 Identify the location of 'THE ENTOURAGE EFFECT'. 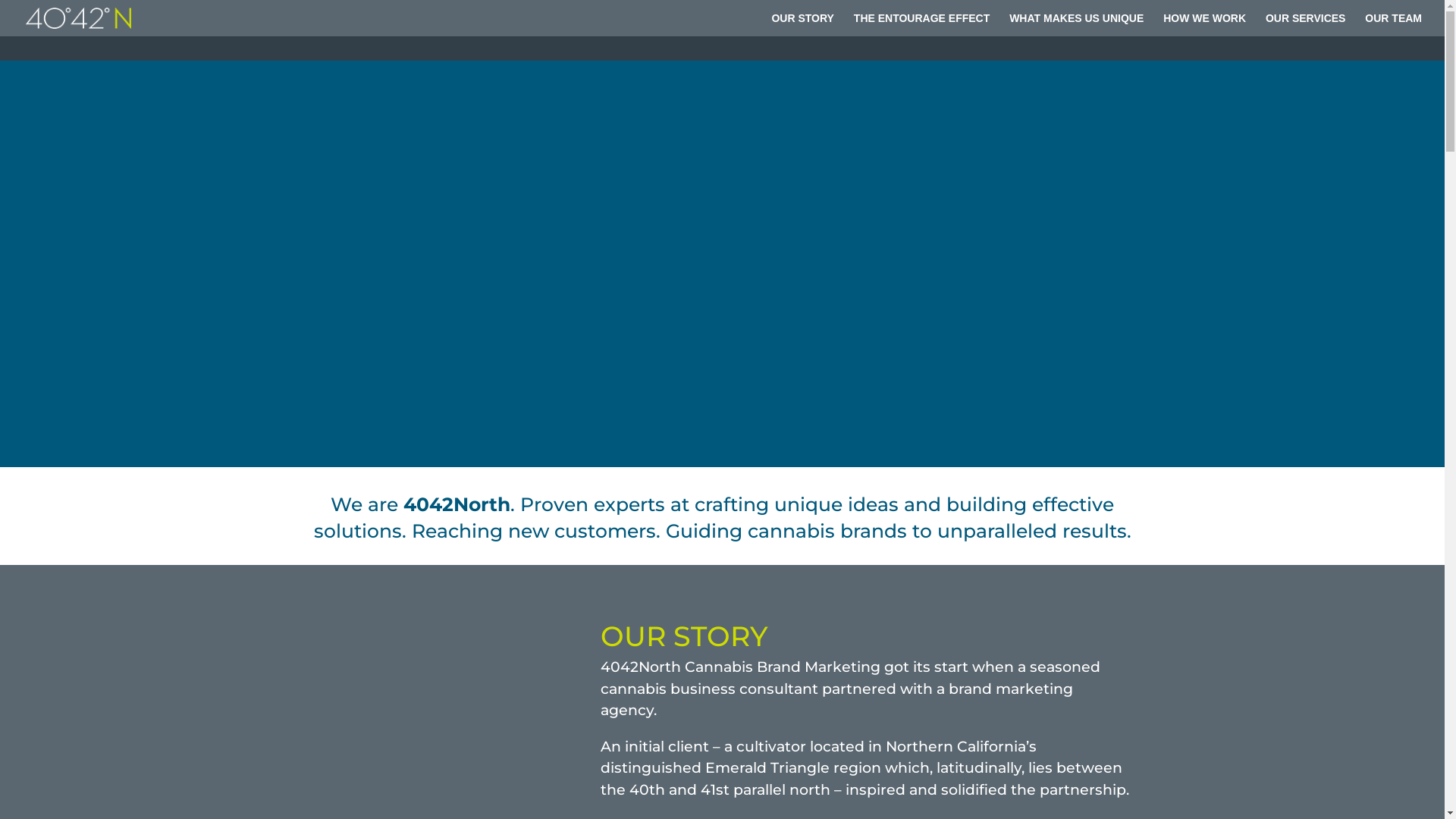
(921, 24).